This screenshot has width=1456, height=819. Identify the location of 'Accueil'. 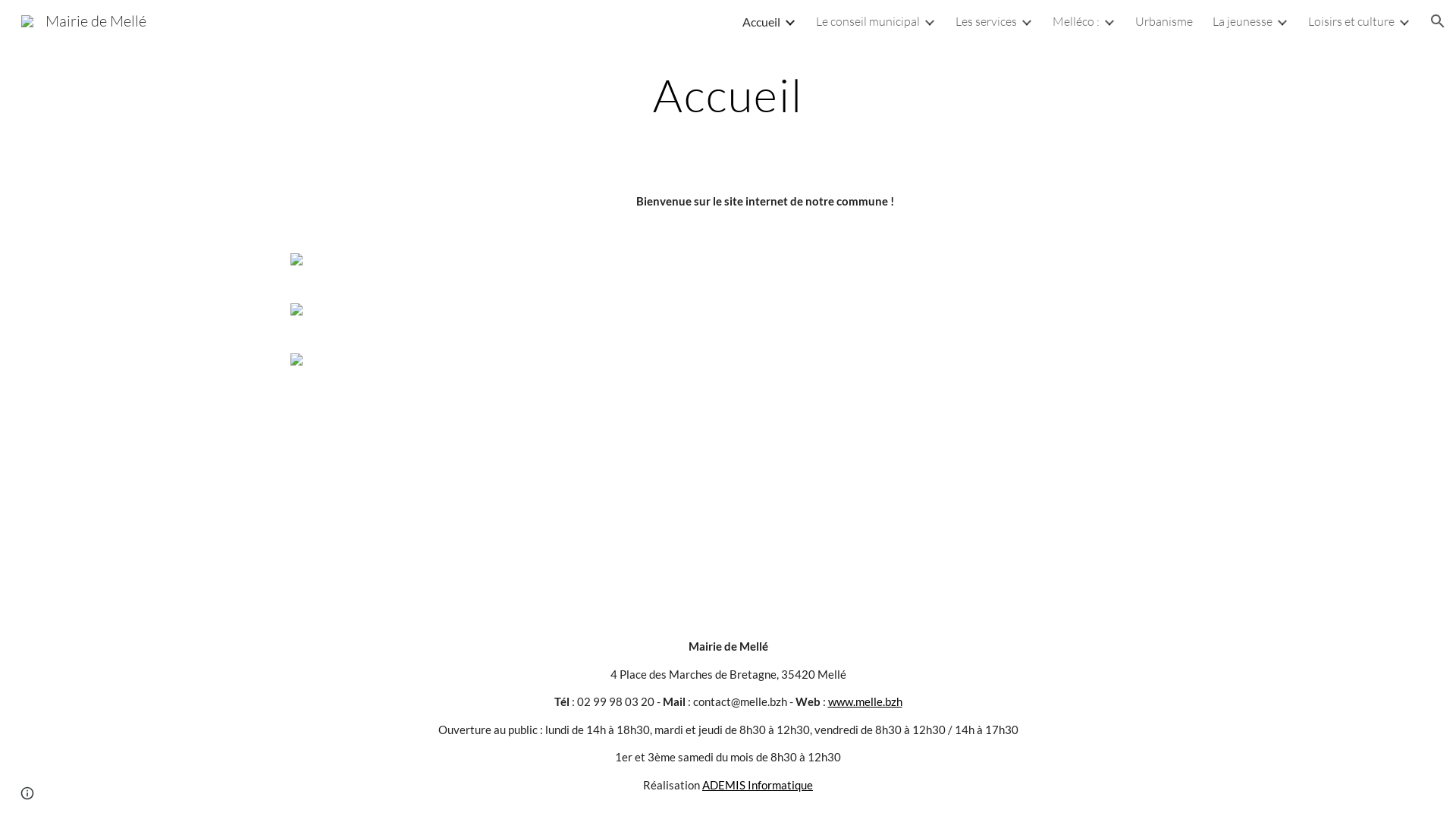
(761, 20).